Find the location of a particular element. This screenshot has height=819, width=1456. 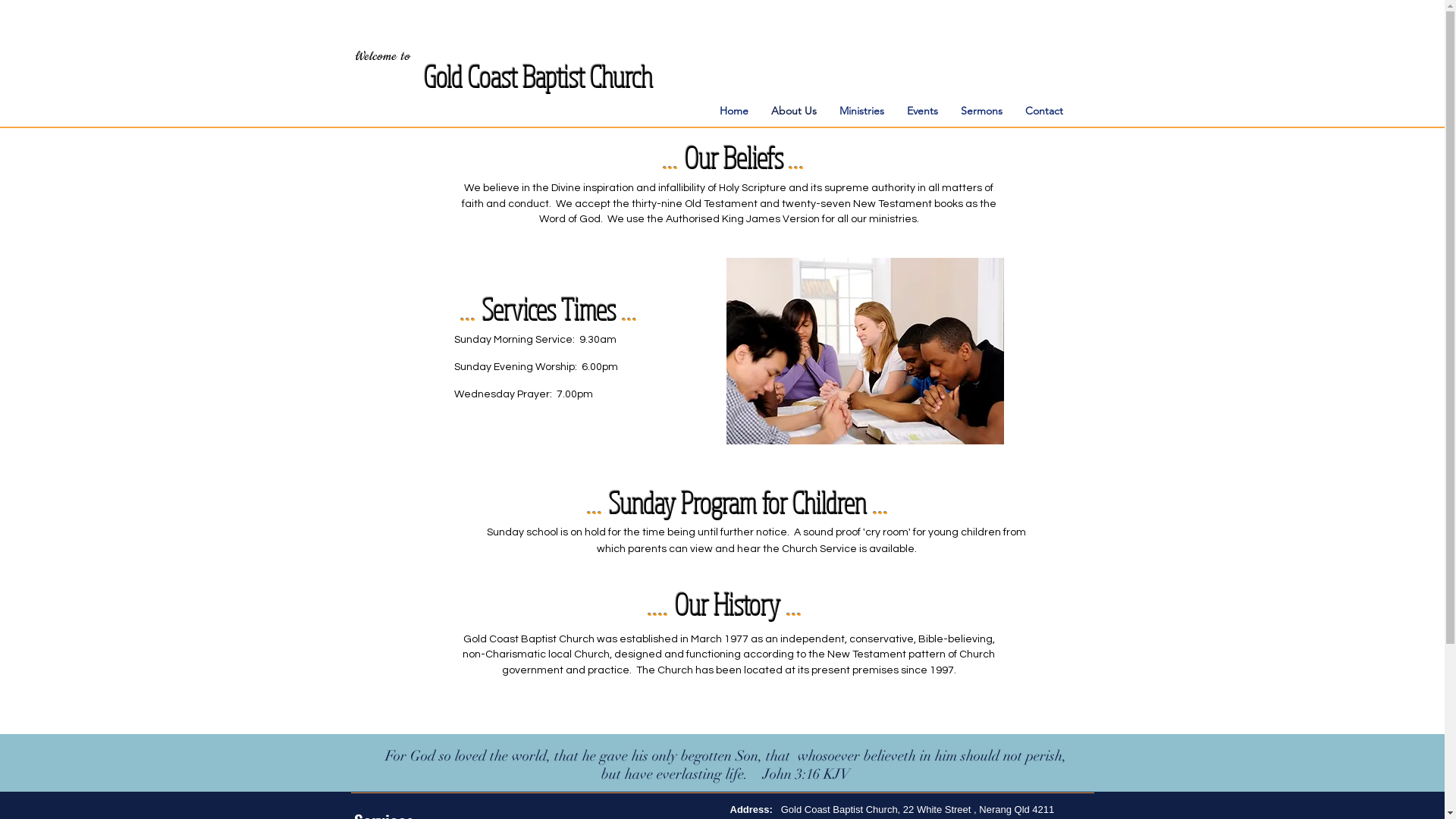

'Ministries' is located at coordinates (827, 110).